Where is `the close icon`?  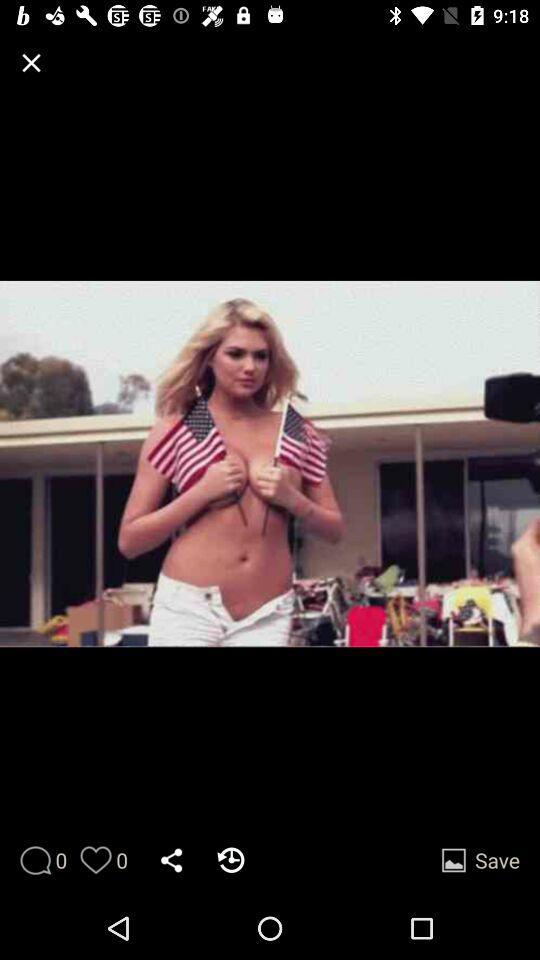 the close icon is located at coordinates (30, 62).